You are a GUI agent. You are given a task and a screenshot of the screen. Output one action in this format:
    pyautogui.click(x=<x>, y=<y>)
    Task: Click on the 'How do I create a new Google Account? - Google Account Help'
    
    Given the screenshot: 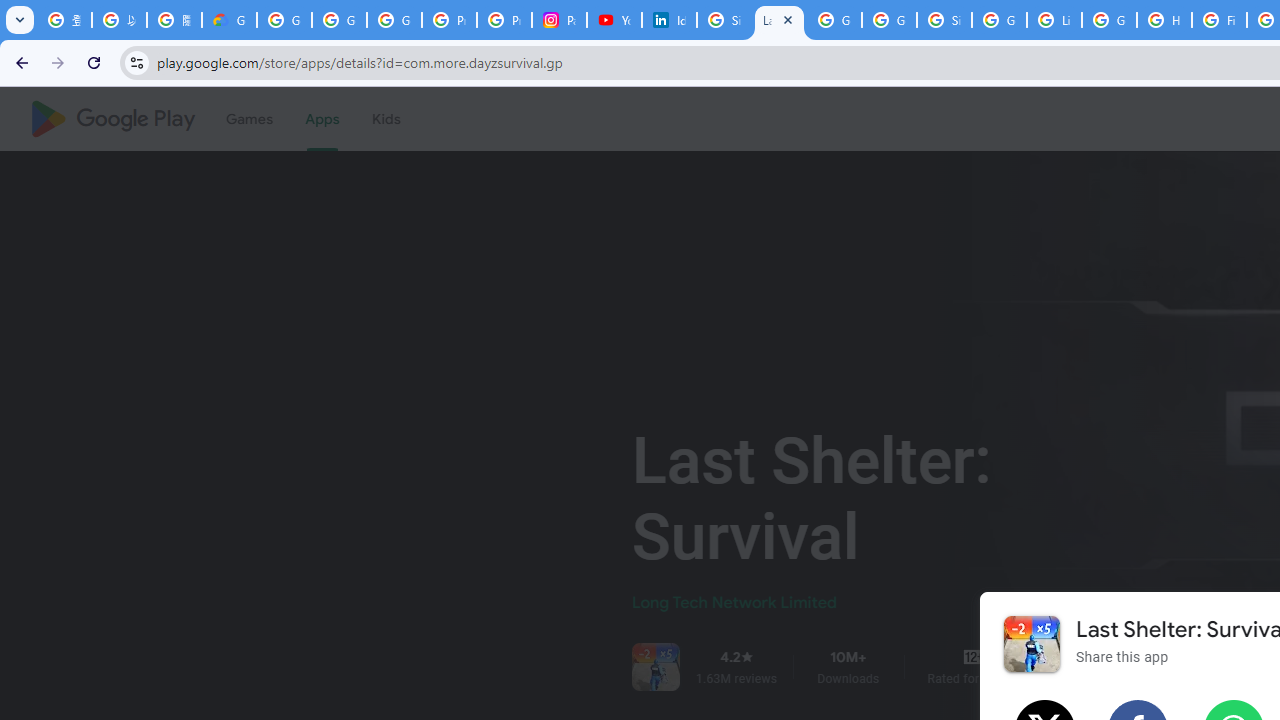 What is the action you would take?
    pyautogui.click(x=1164, y=20)
    